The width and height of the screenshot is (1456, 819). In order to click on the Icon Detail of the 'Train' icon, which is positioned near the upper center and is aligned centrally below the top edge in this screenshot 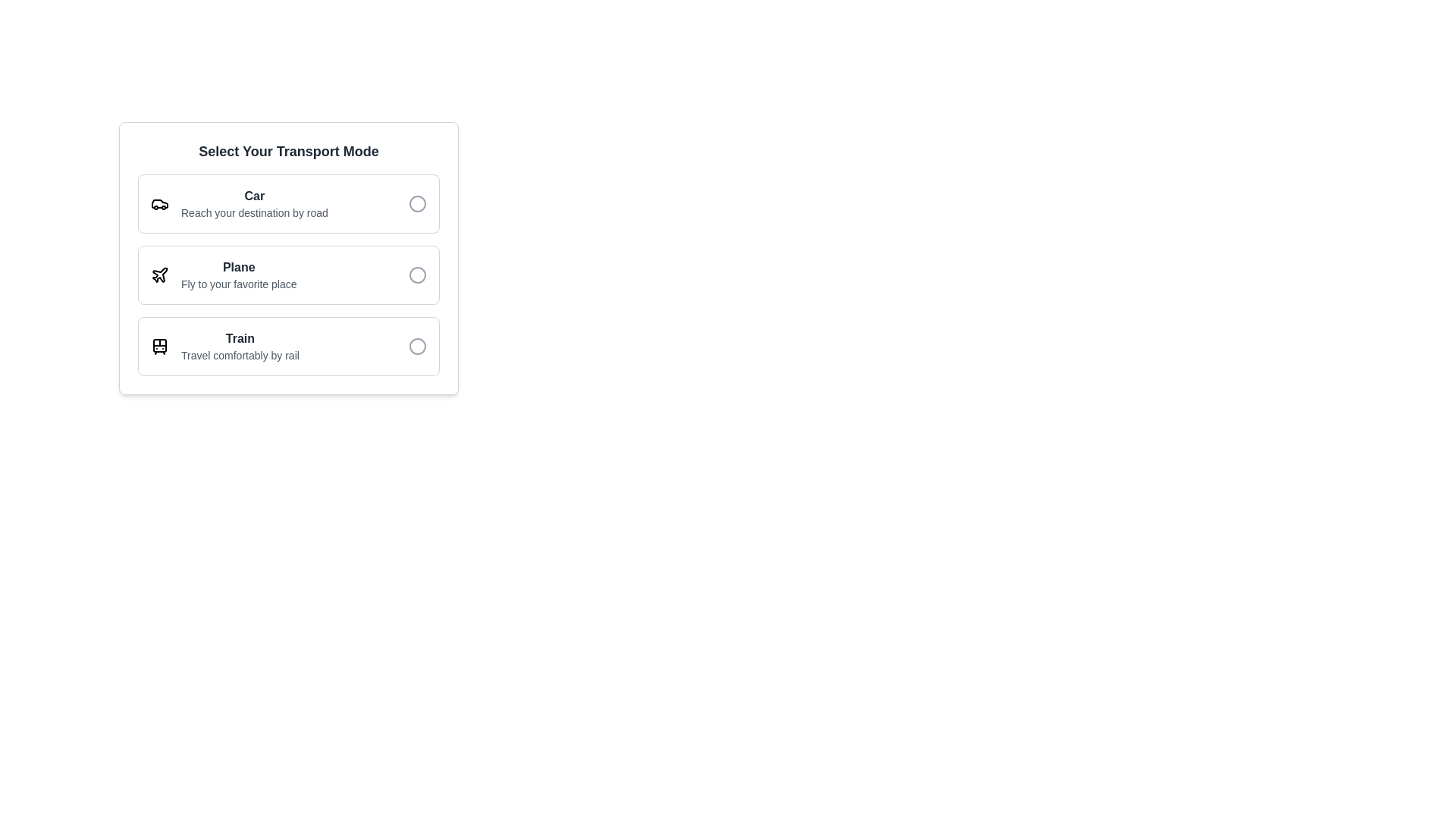, I will do `click(160, 345)`.